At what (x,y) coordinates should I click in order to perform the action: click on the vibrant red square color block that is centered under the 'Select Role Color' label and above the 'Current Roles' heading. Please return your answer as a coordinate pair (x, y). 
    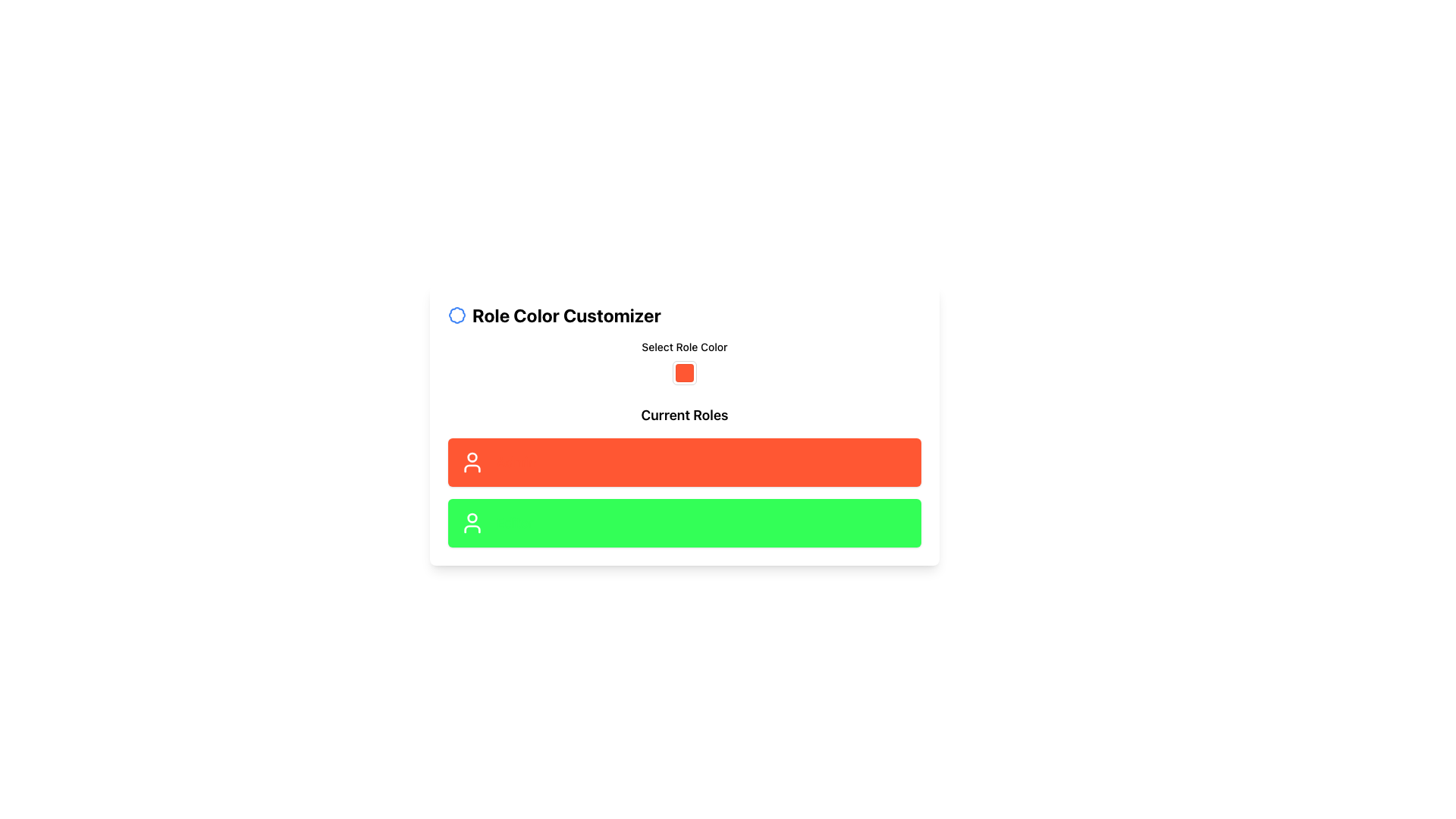
    Looking at the image, I should click on (683, 373).